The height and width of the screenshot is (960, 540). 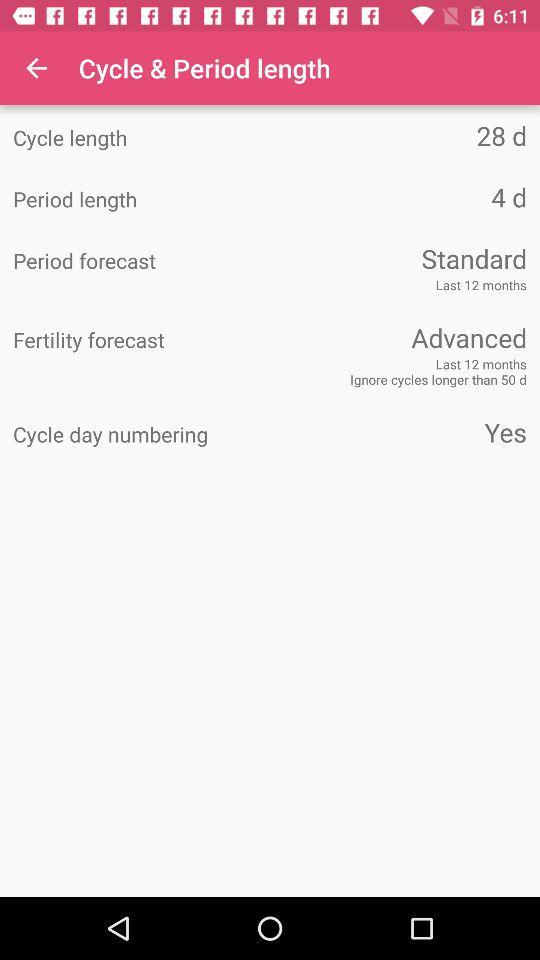 What do you see at coordinates (140, 434) in the screenshot?
I see `item next to yes item` at bounding box center [140, 434].